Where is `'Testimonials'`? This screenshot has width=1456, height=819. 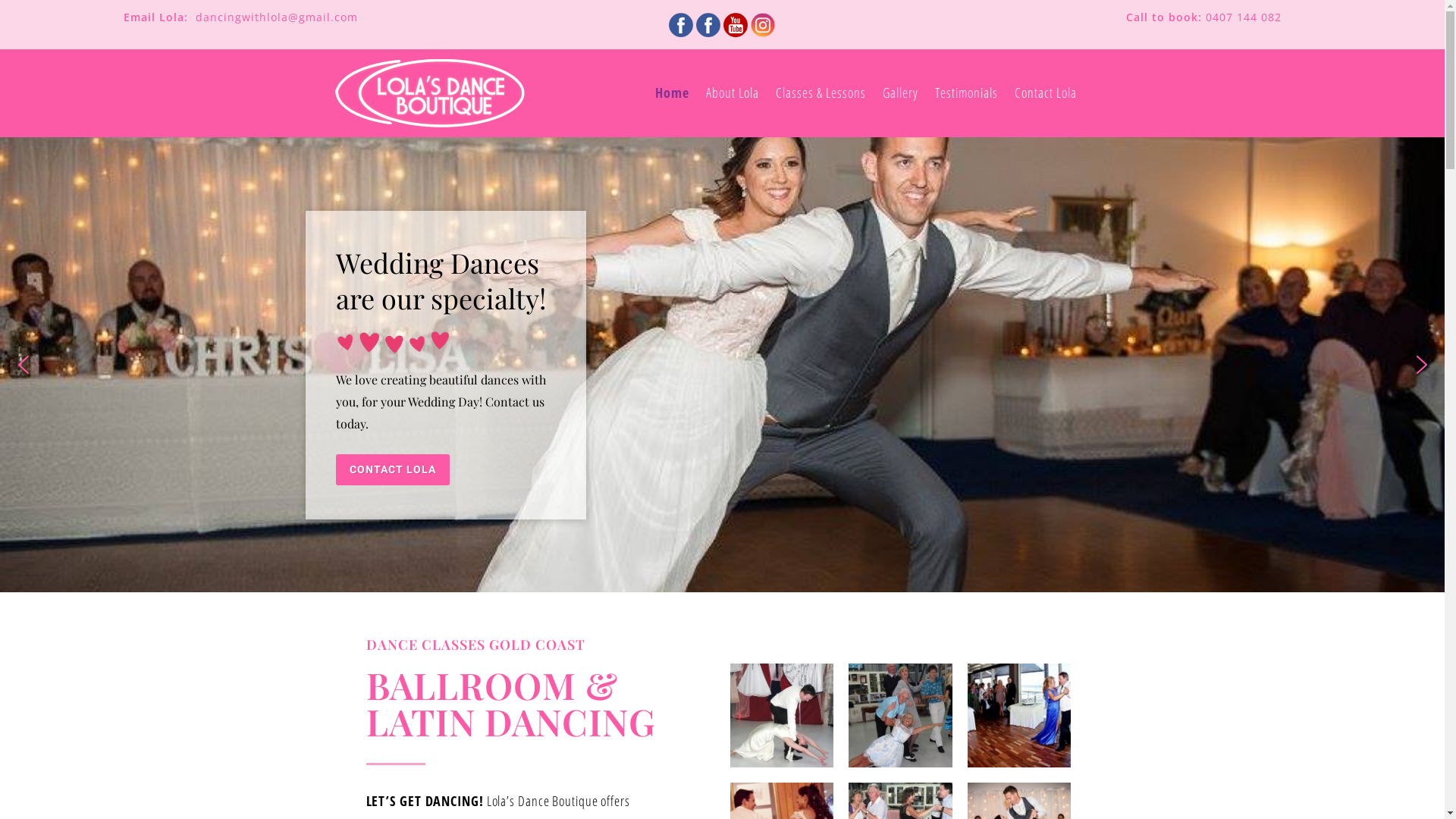
'Testimonials' is located at coordinates (965, 93).